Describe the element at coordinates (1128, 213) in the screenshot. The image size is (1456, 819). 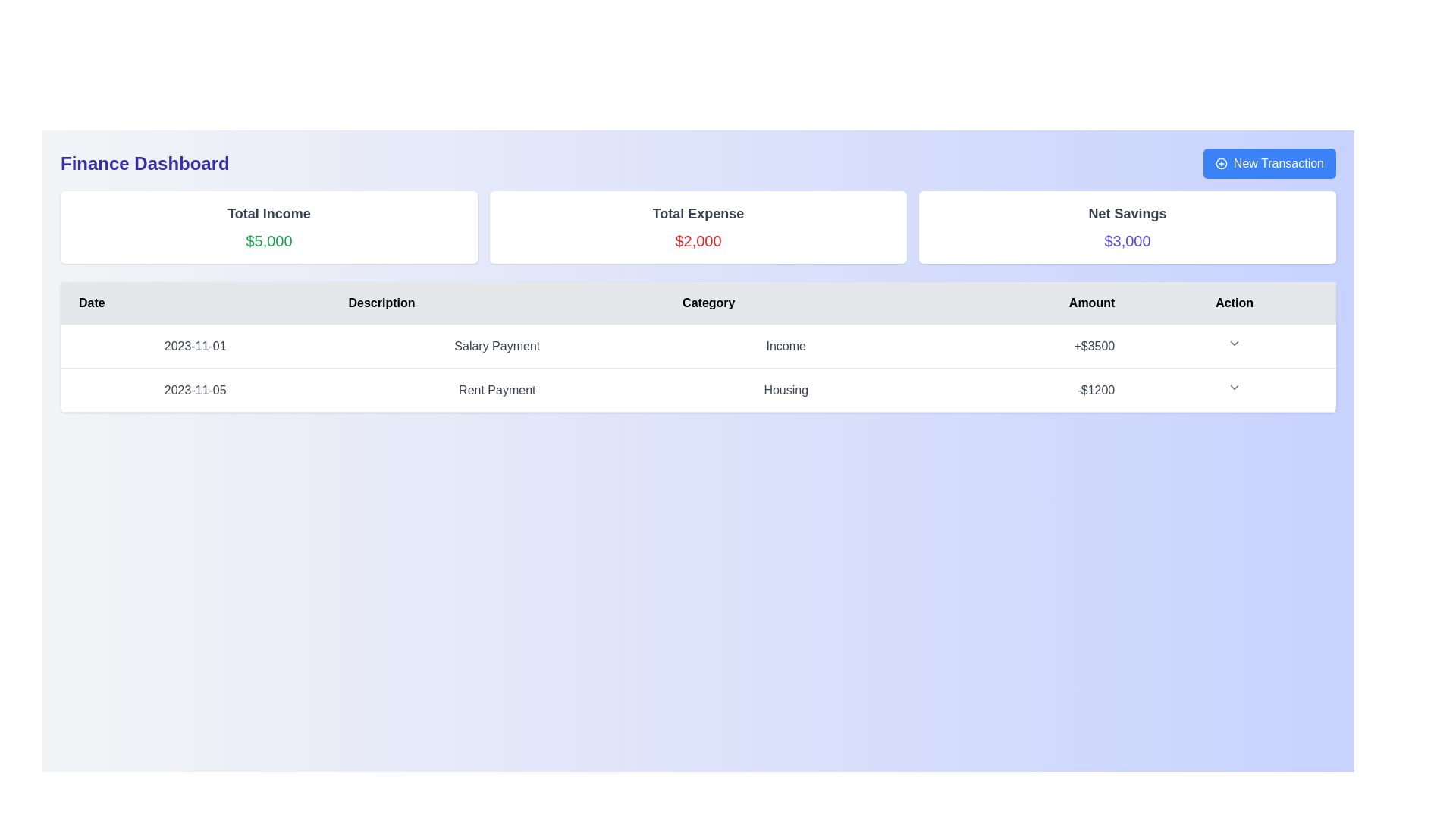
I see `the 'Net Savings' text label, which is styled in large, bold gray font and positioned at the top of a rectangular white card with rounded corners in the top-right section of the interface` at that location.